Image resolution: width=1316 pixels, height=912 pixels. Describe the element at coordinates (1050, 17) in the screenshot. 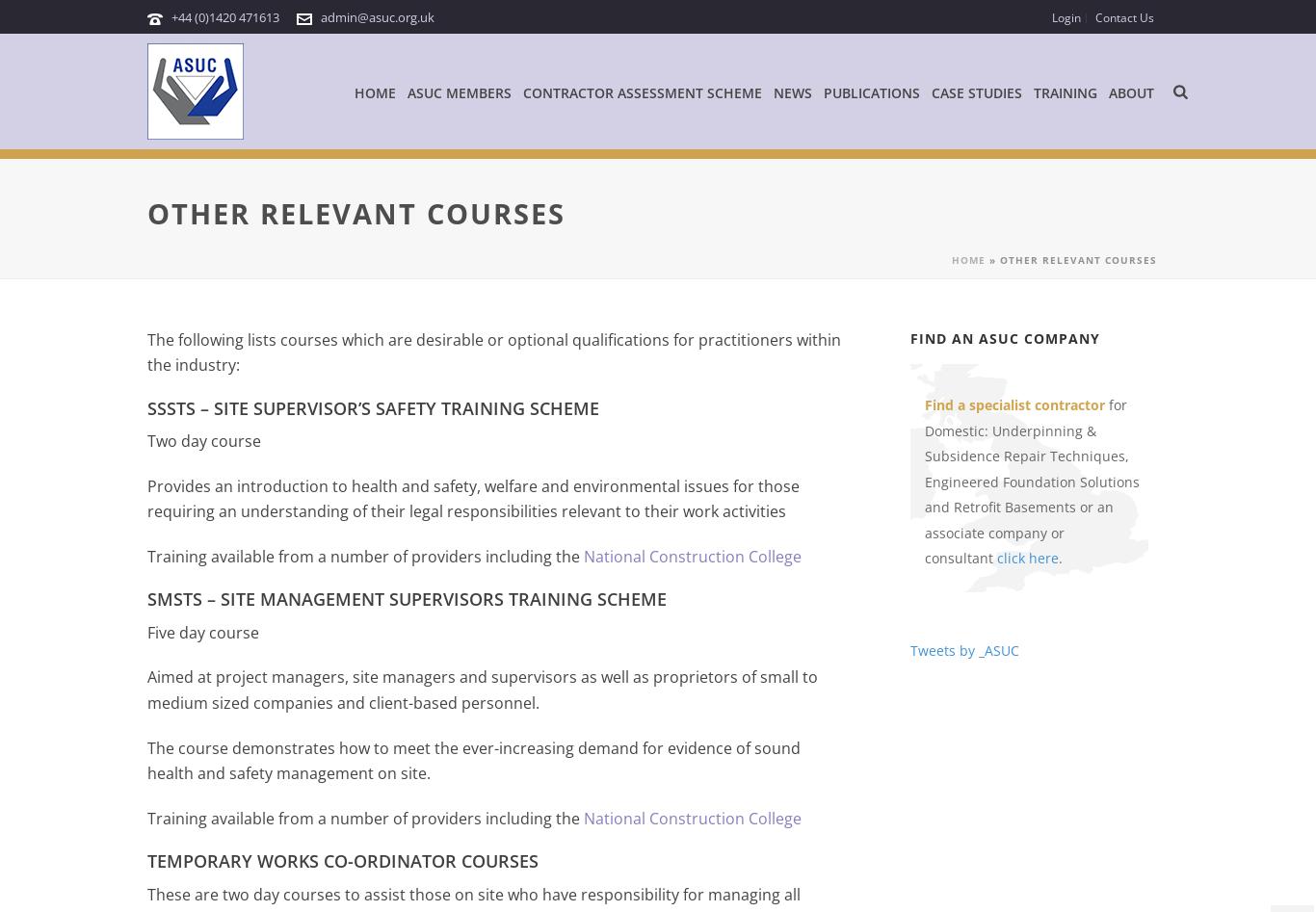

I see `'Login'` at that location.